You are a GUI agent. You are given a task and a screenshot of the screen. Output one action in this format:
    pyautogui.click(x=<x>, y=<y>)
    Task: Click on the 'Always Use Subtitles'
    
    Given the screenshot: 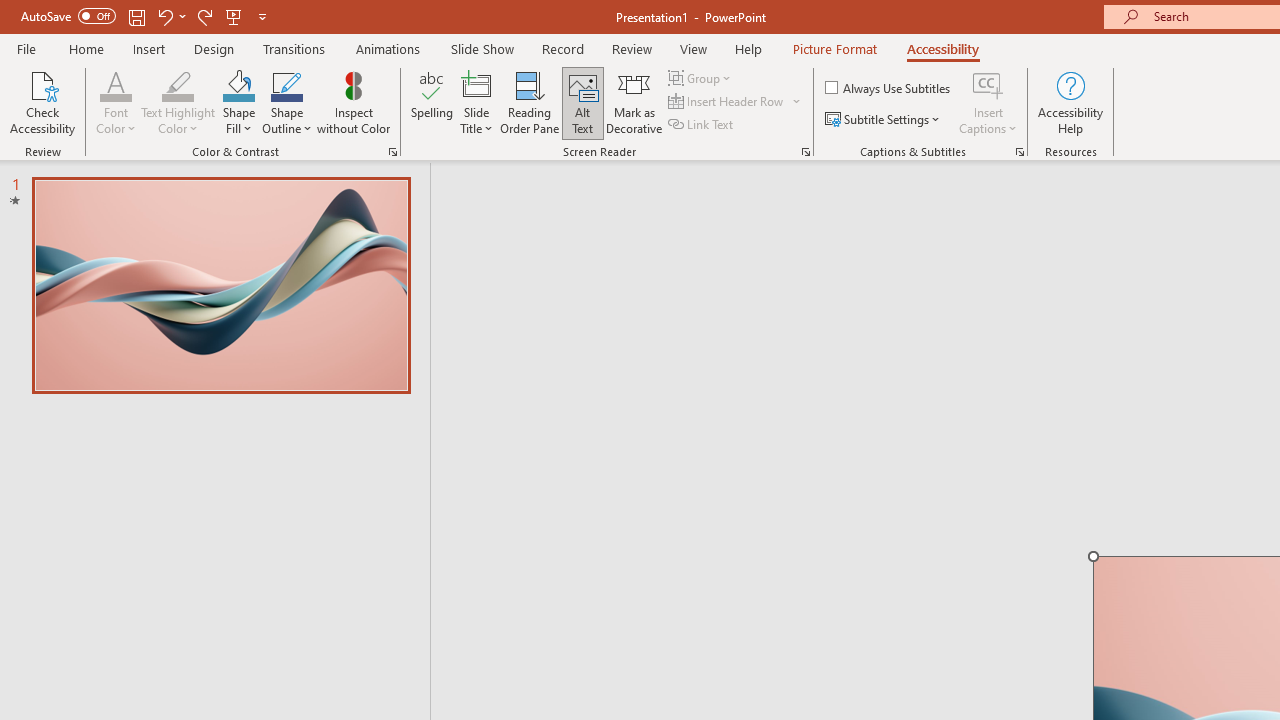 What is the action you would take?
    pyautogui.click(x=888, y=86)
    